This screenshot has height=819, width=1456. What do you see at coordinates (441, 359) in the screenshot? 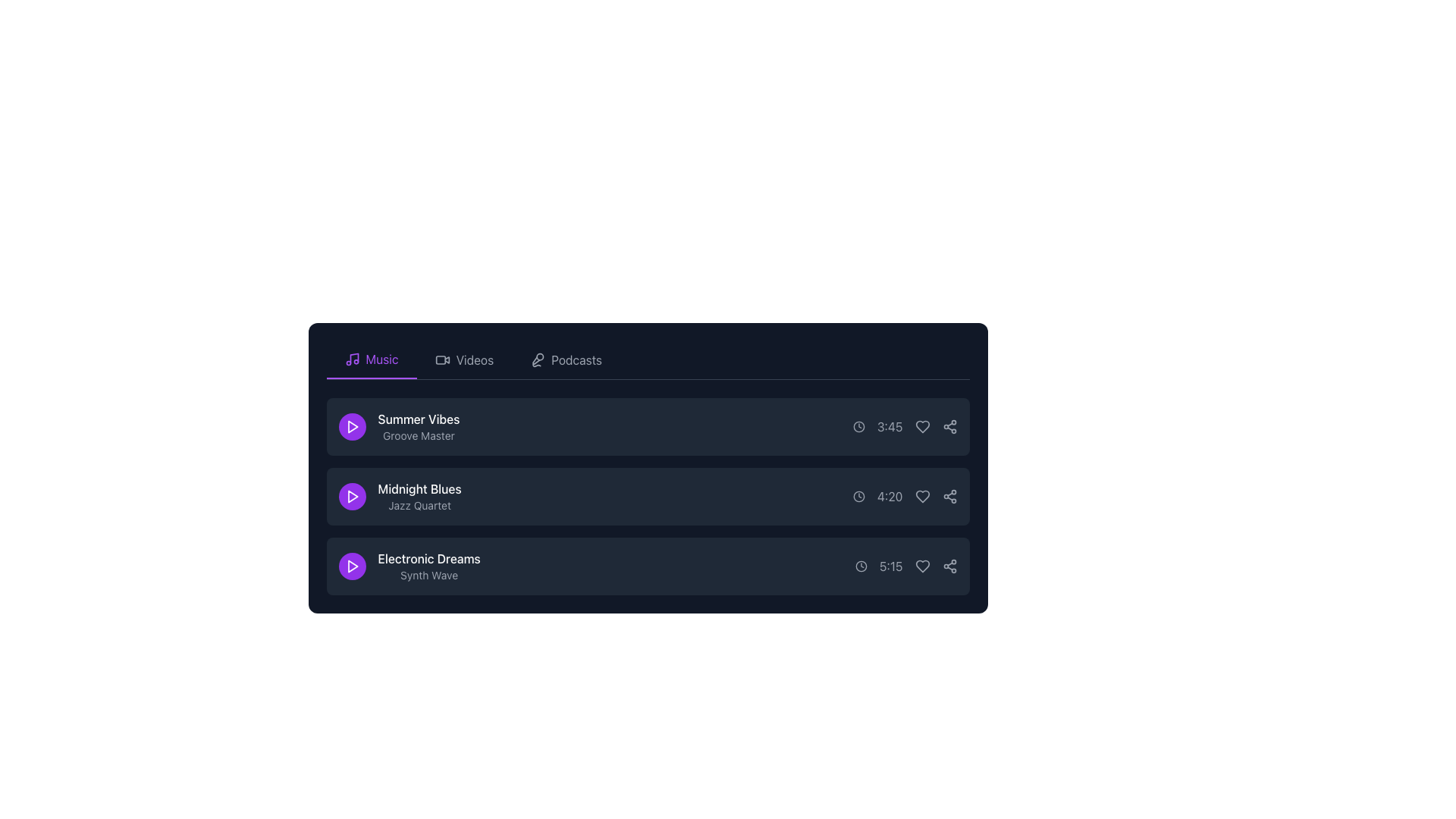
I see `the video camera icon, which is the second item in the horizontal tab group labeled 'Music,' 'Videos,' and 'Podcasts'` at bounding box center [441, 359].